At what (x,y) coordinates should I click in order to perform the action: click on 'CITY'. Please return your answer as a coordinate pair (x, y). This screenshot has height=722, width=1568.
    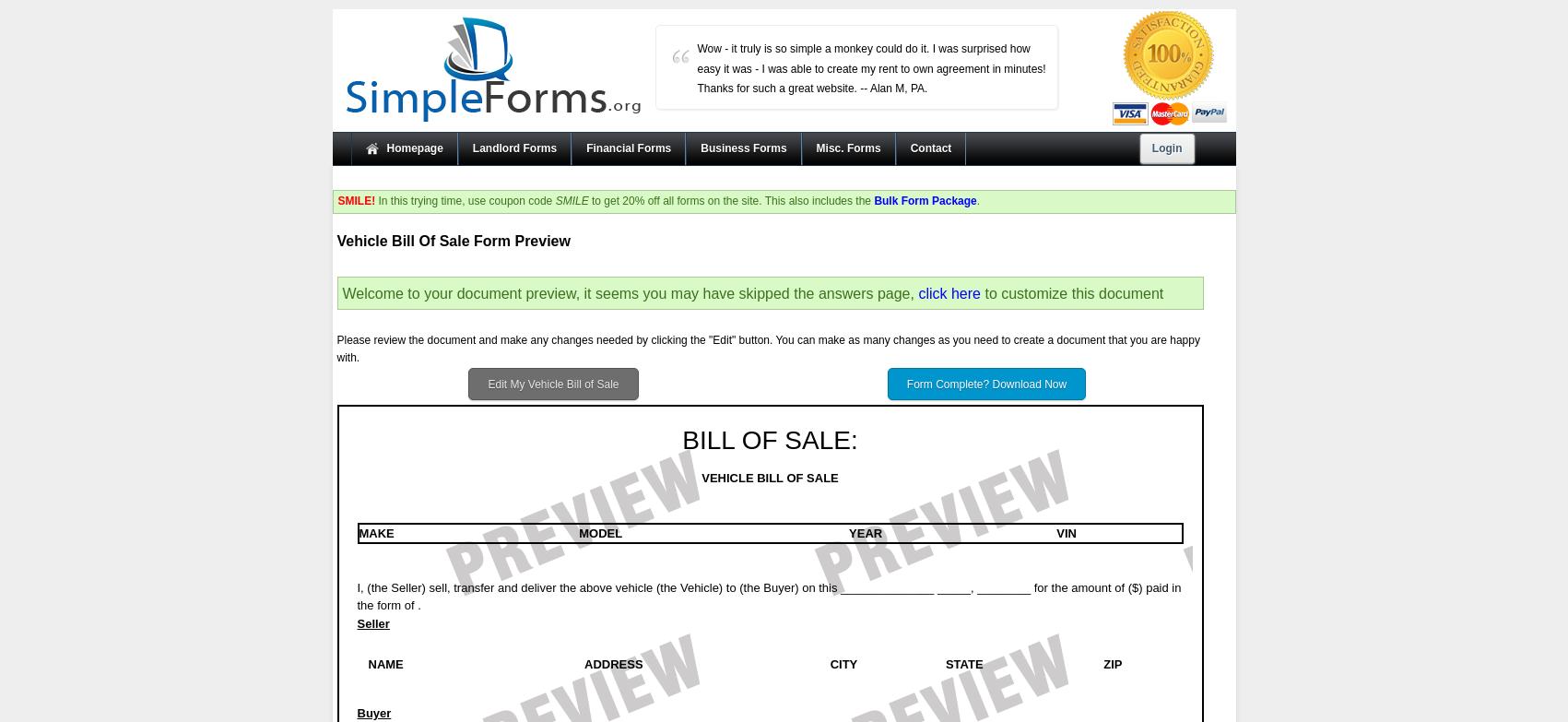
    Looking at the image, I should click on (842, 662).